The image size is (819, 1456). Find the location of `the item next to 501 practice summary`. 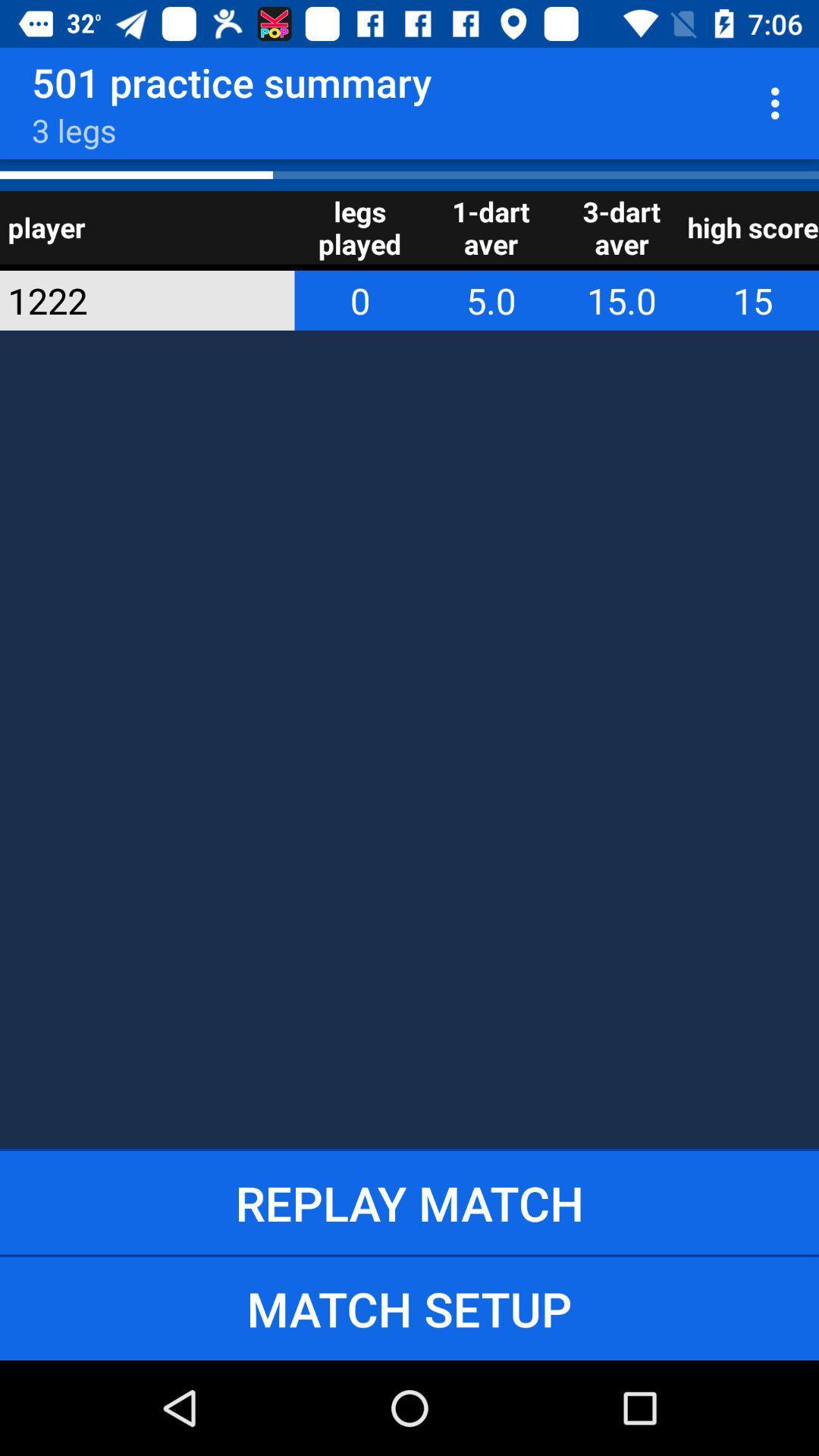

the item next to 501 practice summary is located at coordinates (779, 102).